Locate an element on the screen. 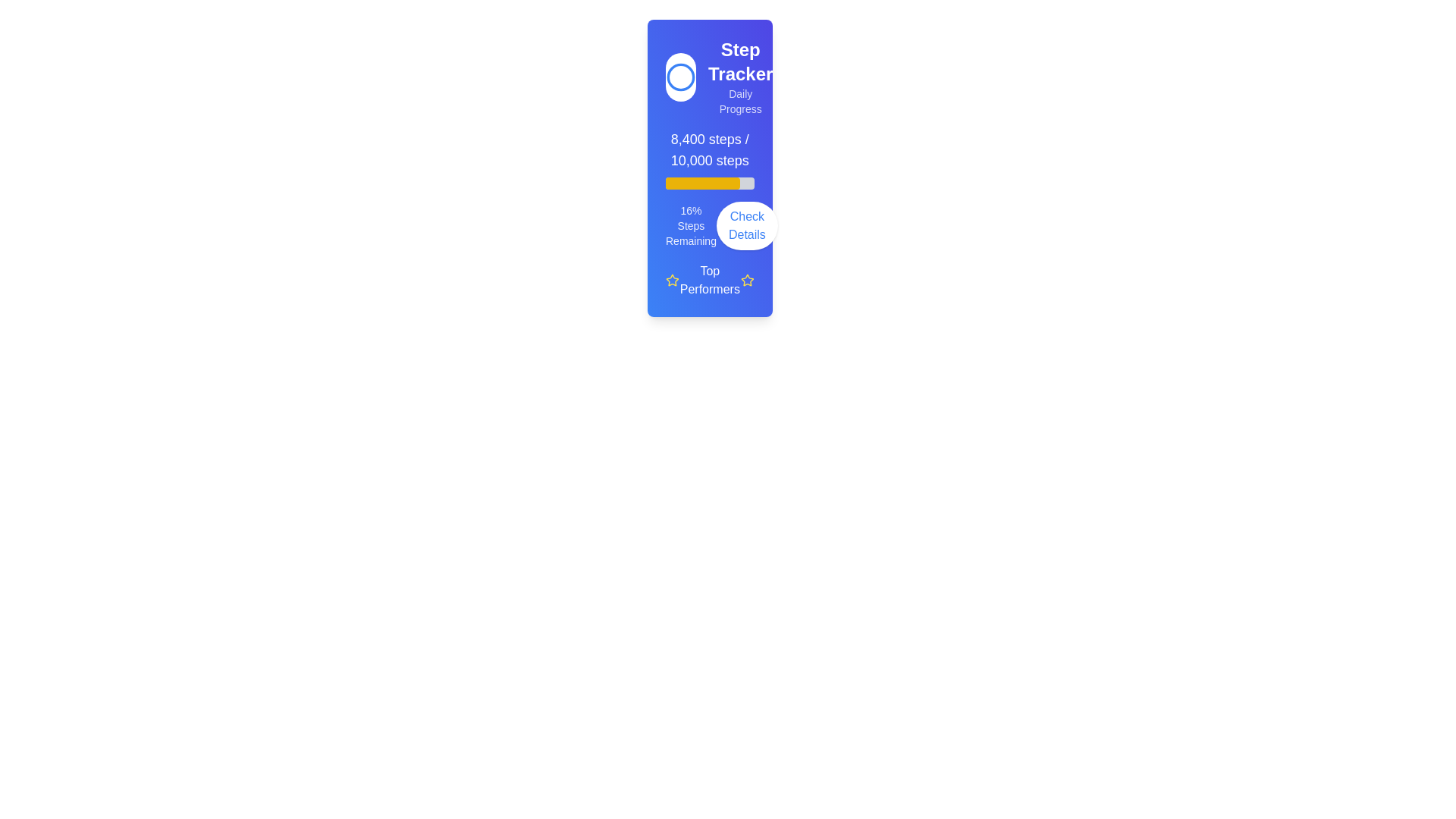 The width and height of the screenshot is (1456, 819). the composite element that displays the remaining steps as a percentage and includes the 'Check Details' button is located at coordinates (709, 225).